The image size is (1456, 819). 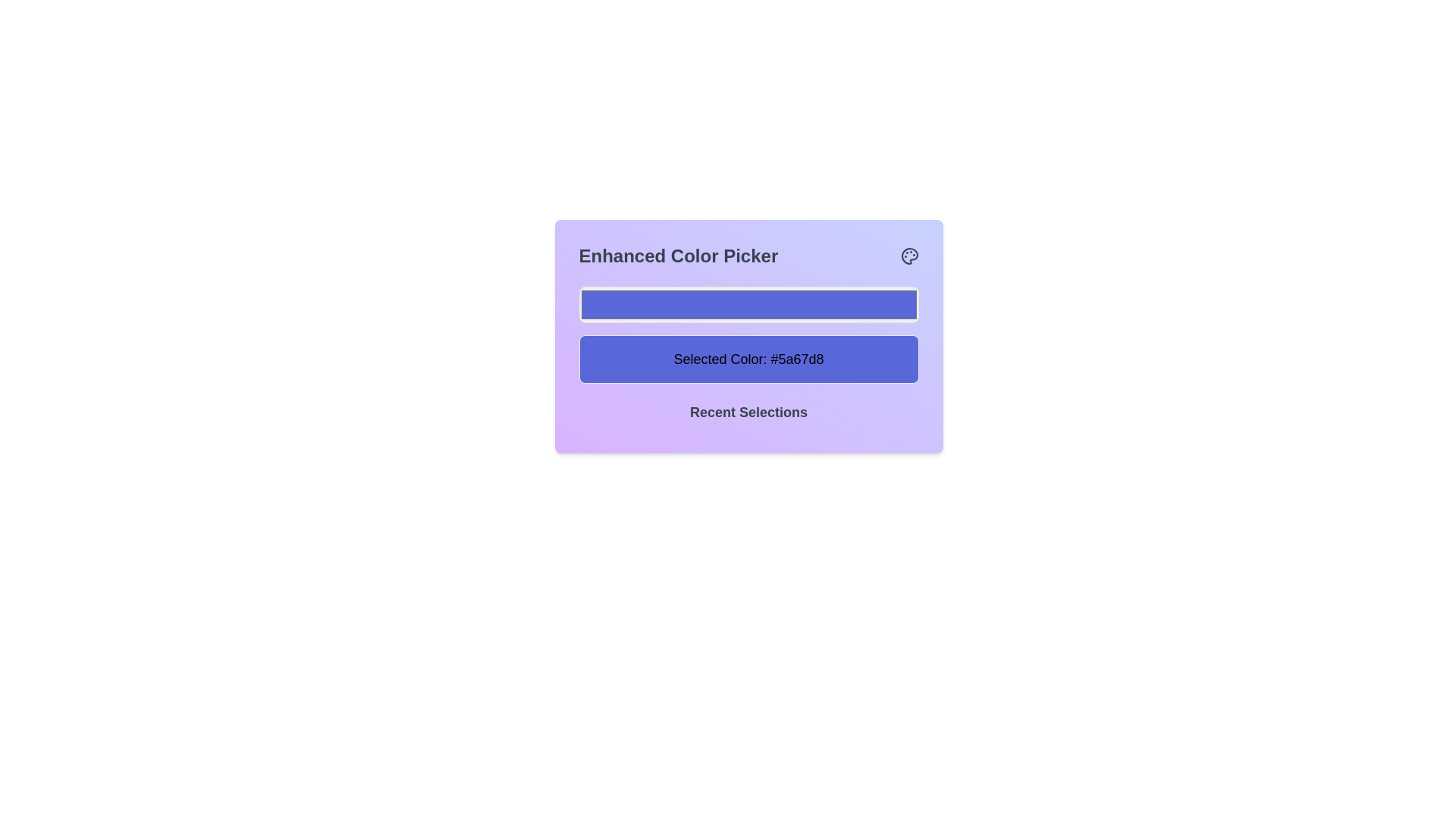 What do you see at coordinates (748, 359) in the screenshot?
I see `the text display area that shows 'Selected Color: #5a67d8', which has a blue background and is located beneath the color input box in the Enhanced Color Picker component` at bounding box center [748, 359].